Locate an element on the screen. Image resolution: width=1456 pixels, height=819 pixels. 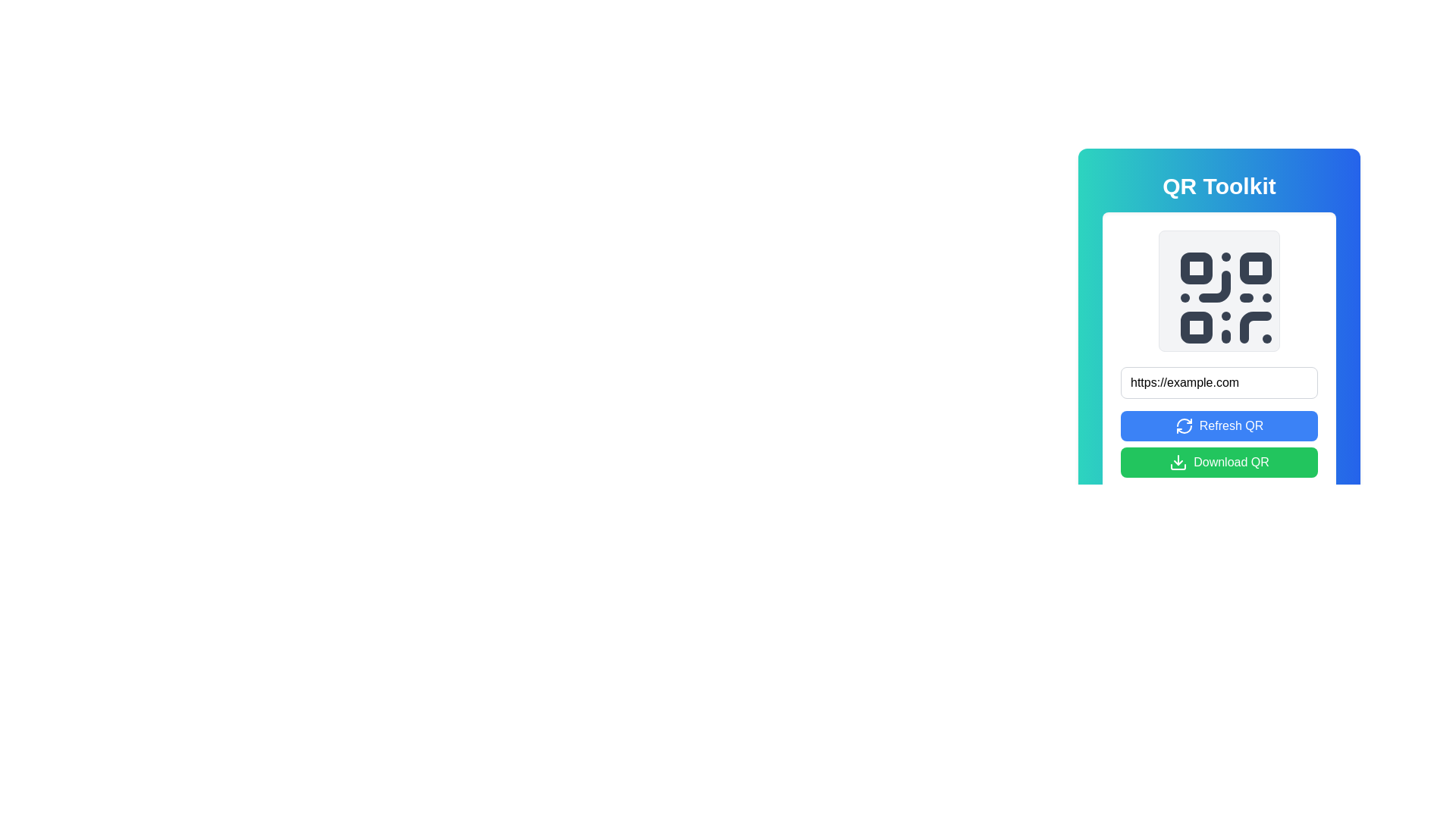
the text input box located within the 'QR Toolkit' card to focus on it for entering a URL is located at coordinates (1219, 382).